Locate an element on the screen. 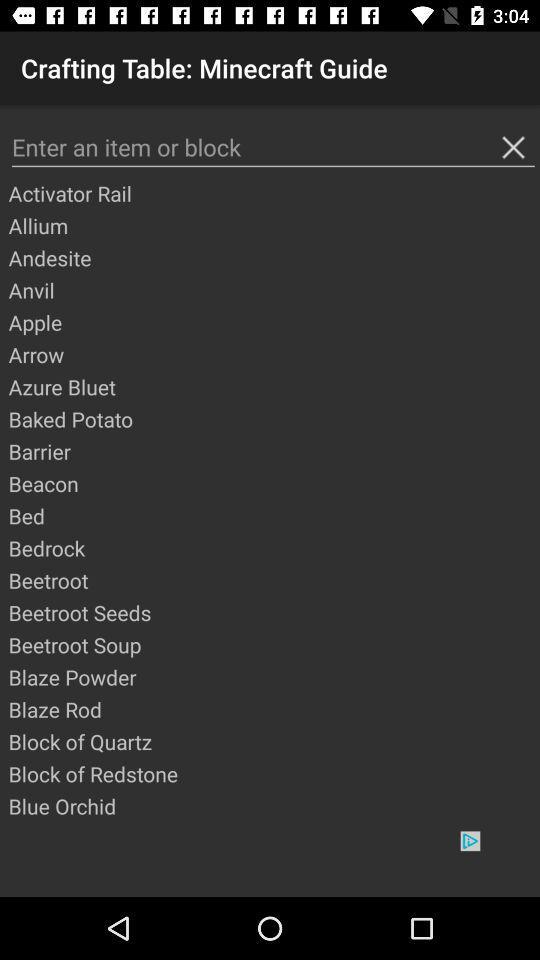 The width and height of the screenshot is (540, 960). the app above blaze rod is located at coordinates (272, 677).